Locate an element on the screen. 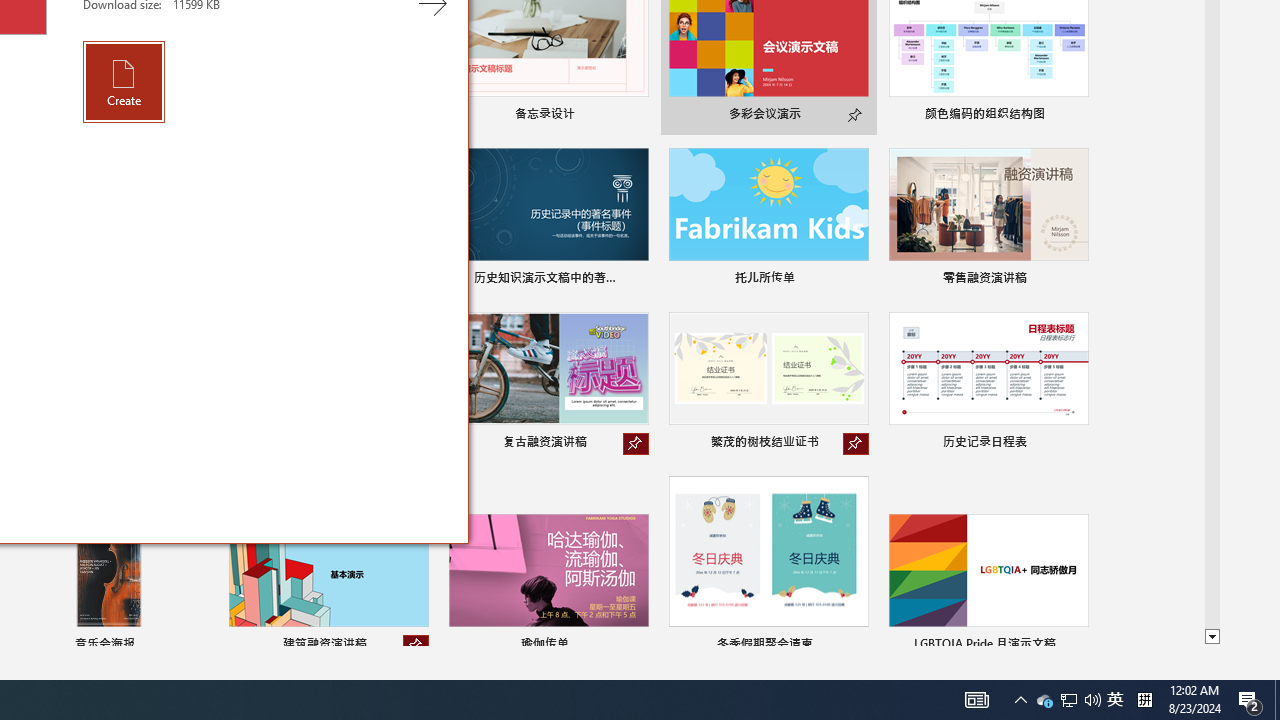  'Action Center, 2 new notifications' is located at coordinates (1250, 698).